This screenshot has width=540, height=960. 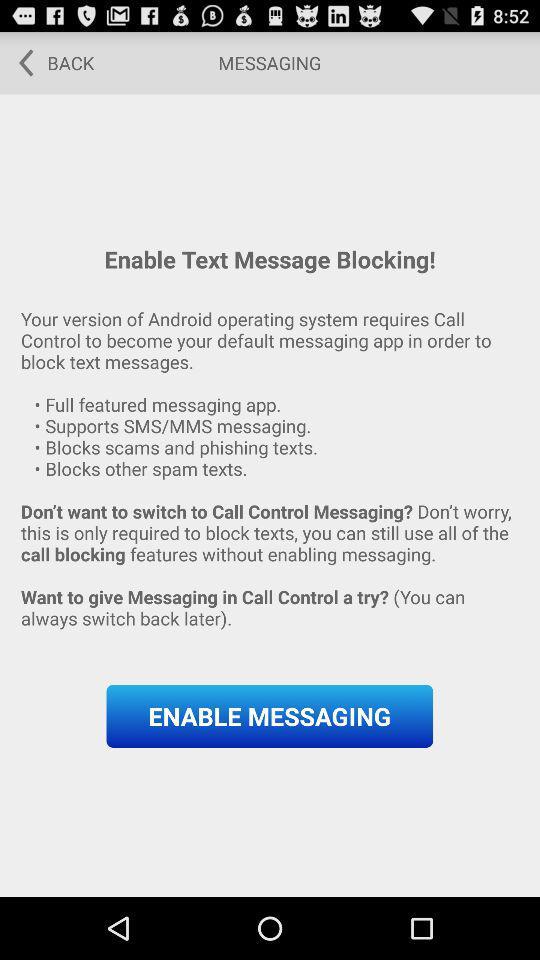 What do you see at coordinates (269, 716) in the screenshot?
I see `button at the bottom` at bounding box center [269, 716].